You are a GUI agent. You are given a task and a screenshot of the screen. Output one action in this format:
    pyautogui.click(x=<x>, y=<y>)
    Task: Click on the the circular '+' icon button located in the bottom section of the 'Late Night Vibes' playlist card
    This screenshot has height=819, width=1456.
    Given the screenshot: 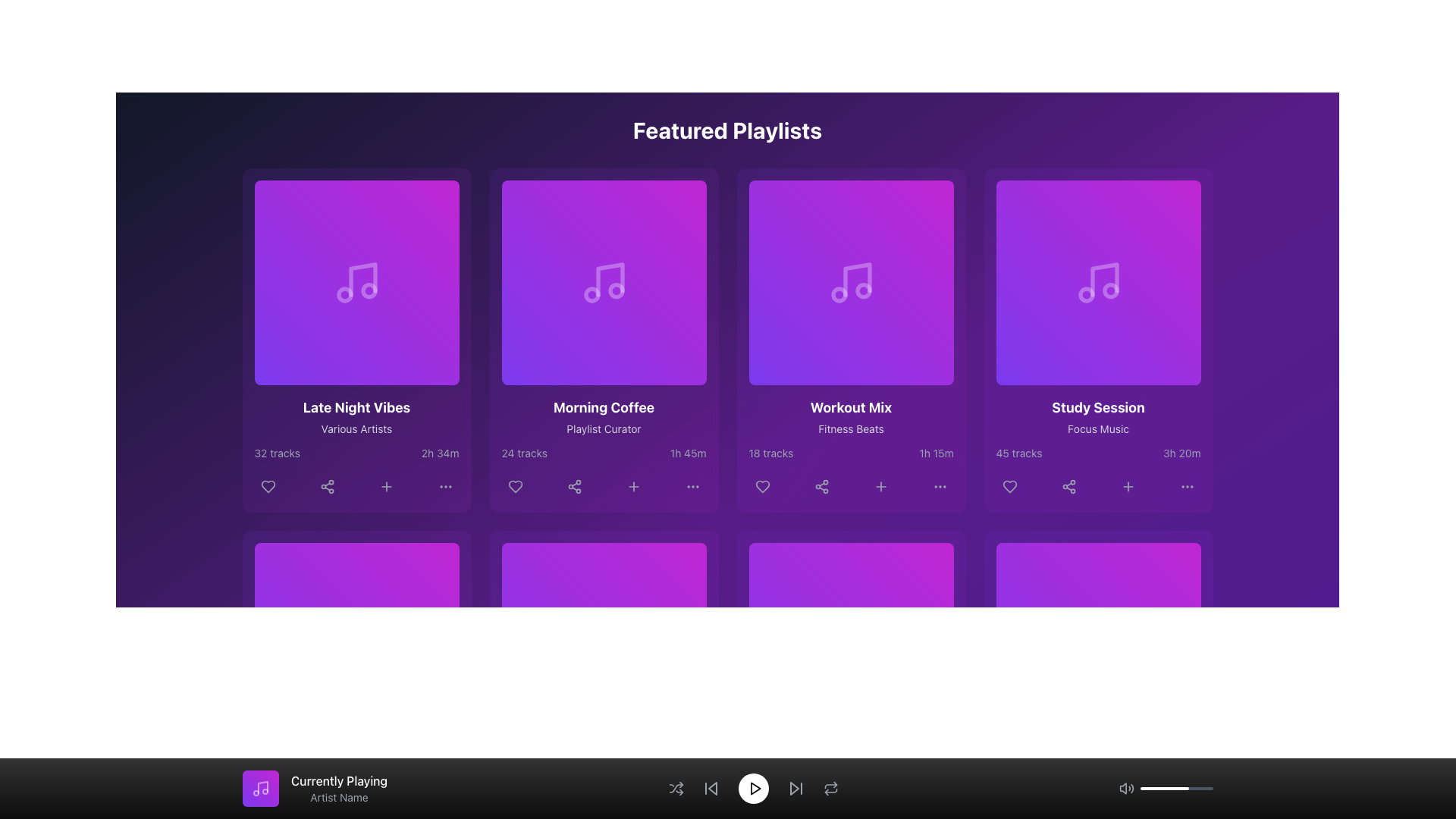 What is the action you would take?
    pyautogui.click(x=386, y=486)
    